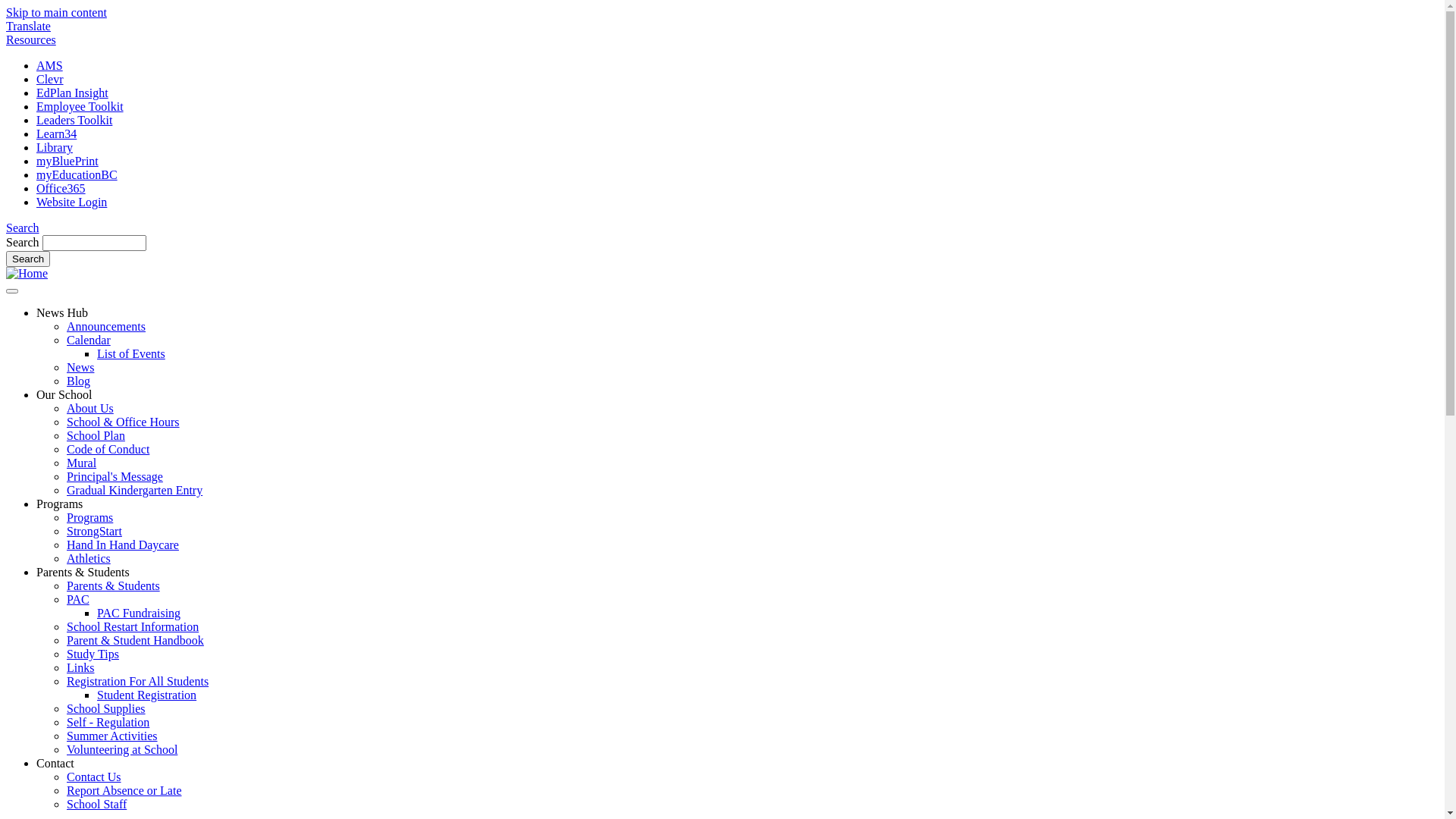 The image size is (1456, 819). I want to click on 'Self - Regulation', so click(107, 721).